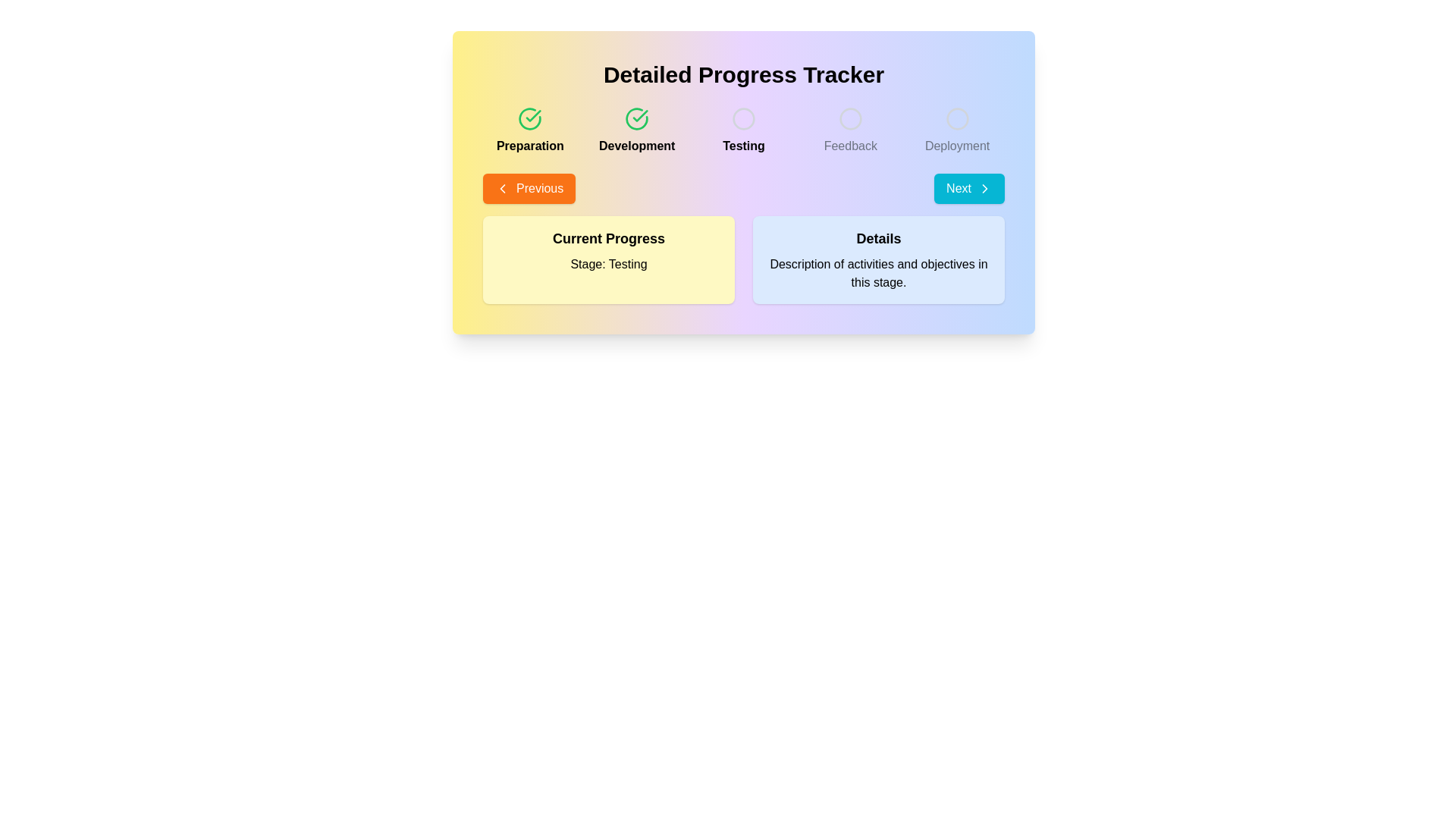 This screenshot has height=819, width=1456. I want to click on the chevron arrow icon located to the immediate right of the 'Next' button text within the button component in the bottom right area of the central card, so click(985, 188).